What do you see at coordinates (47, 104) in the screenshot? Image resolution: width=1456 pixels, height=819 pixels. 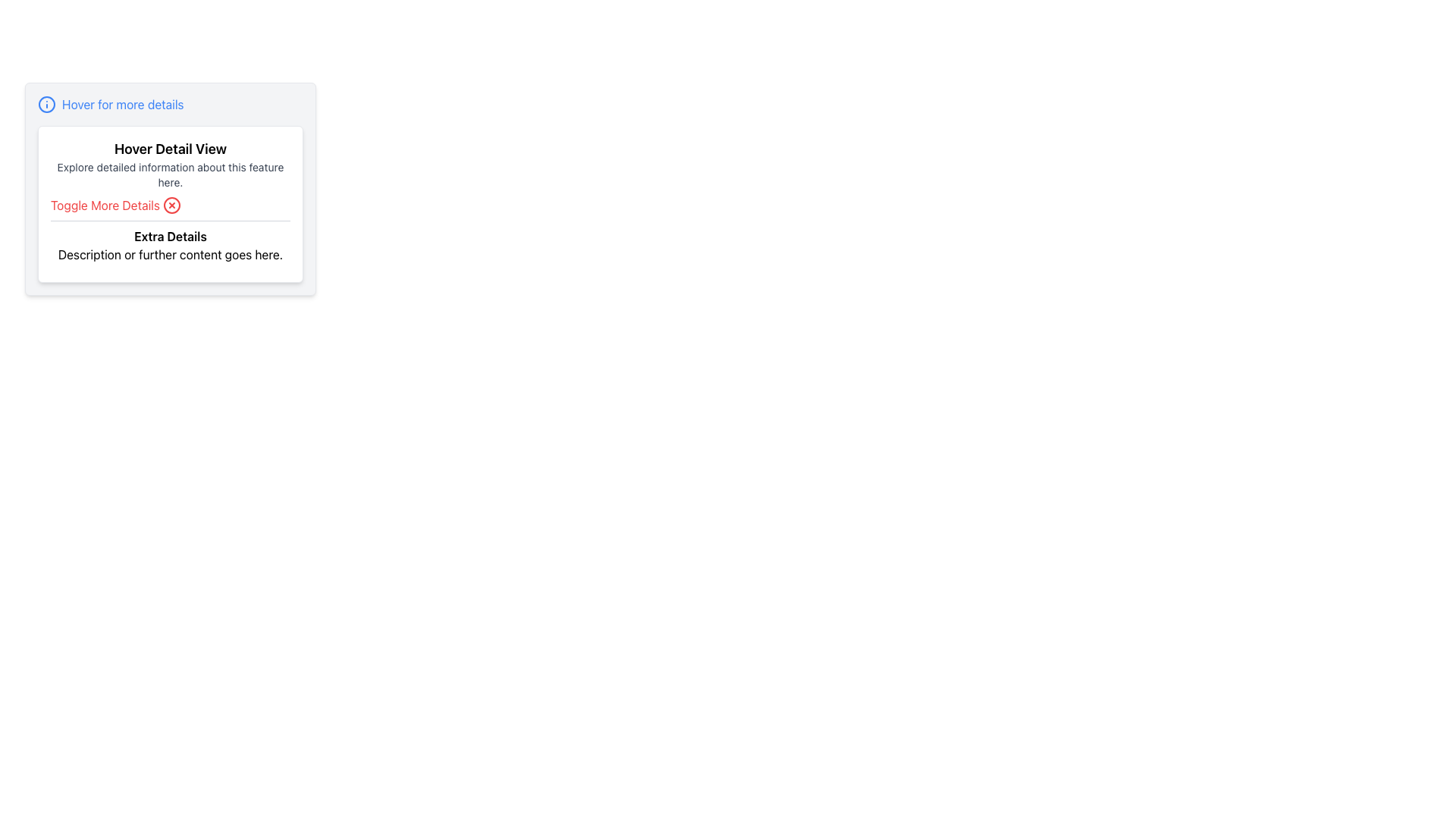 I see `the informational icon with a circular border and 'i' symbol, which is located to the far left of the text label 'Hover for more details.'` at bounding box center [47, 104].